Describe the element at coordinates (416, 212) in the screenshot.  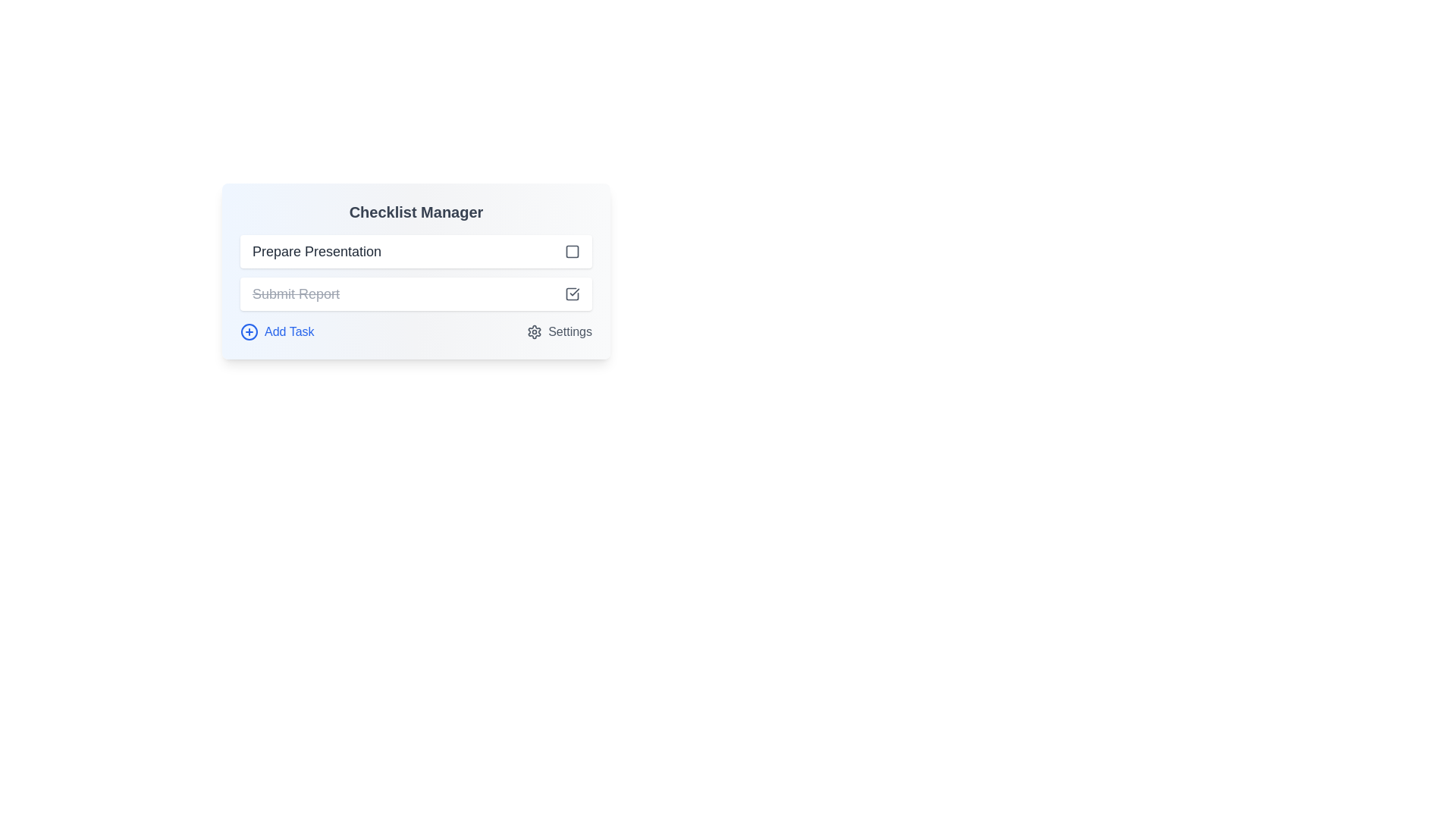
I see `the static text heading 'Checklist Manager' which is displayed in bold and large dark gray font at the top of the interface` at that location.